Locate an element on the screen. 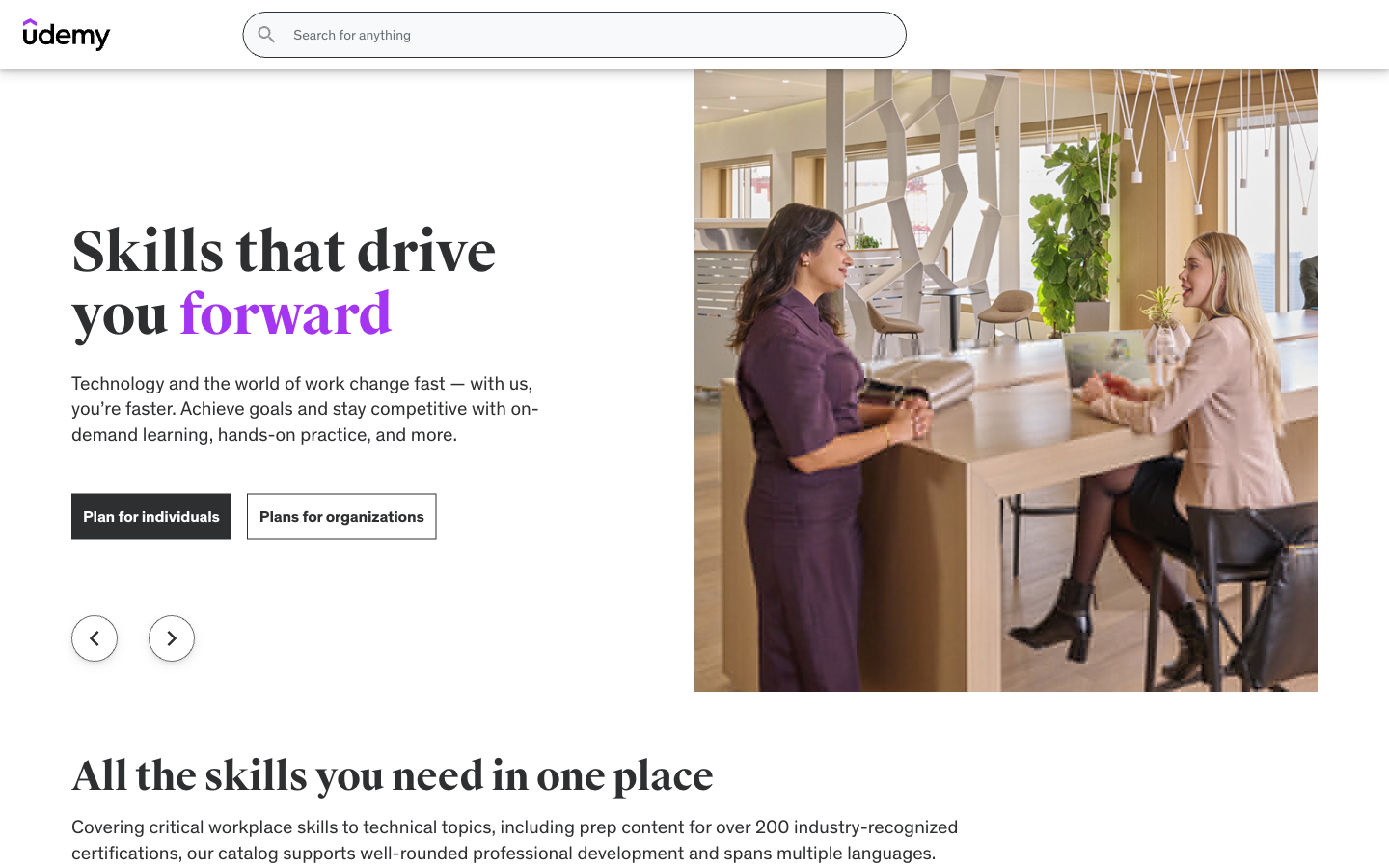 Image resolution: width=1389 pixels, height=868 pixels. Visit the Phones category is located at coordinates (741, 88).